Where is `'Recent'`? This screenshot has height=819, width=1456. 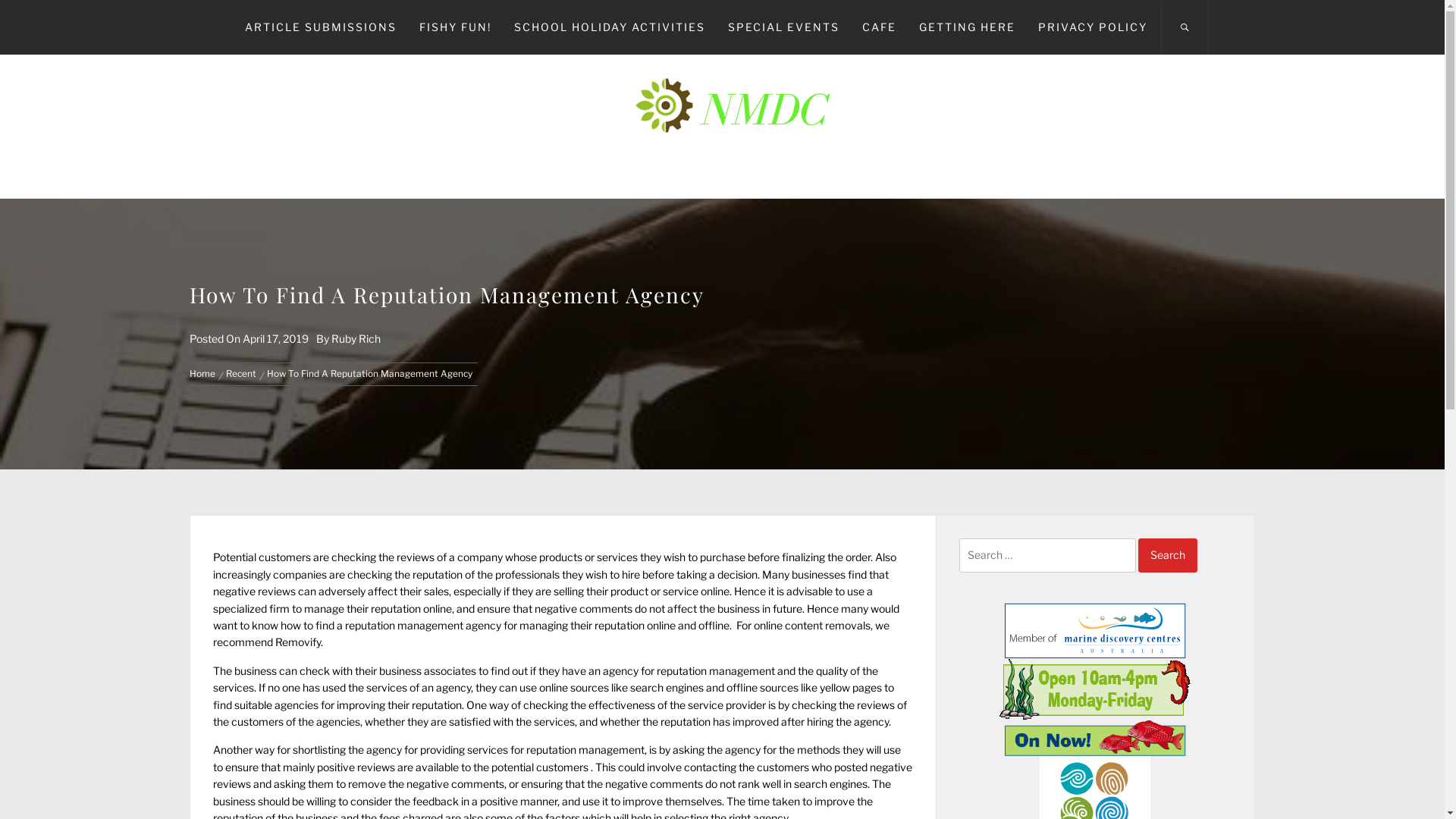
'Recent' is located at coordinates (240, 374).